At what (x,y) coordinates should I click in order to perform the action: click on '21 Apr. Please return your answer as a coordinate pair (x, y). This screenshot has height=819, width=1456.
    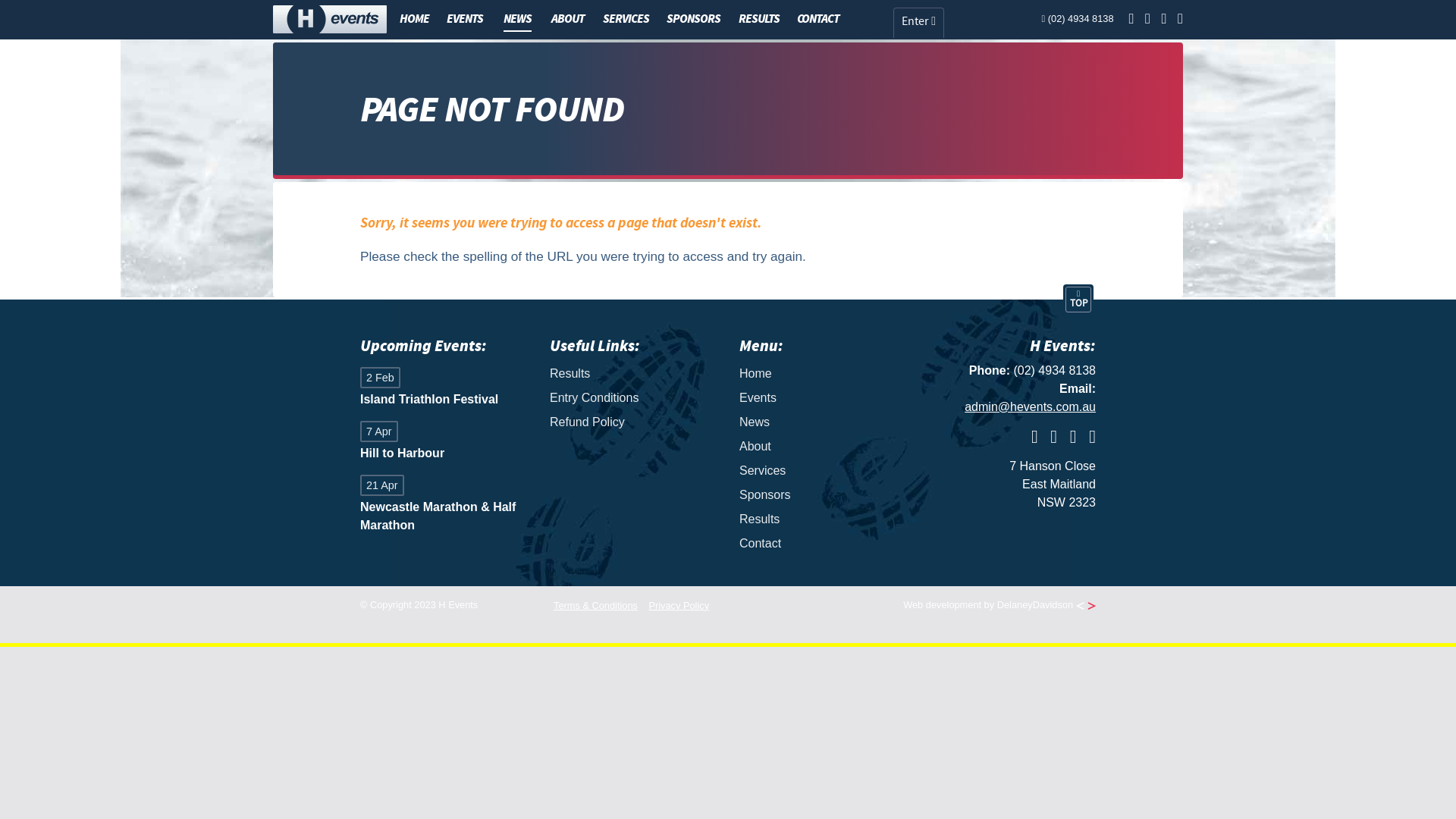
    Looking at the image, I should click on (443, 505).